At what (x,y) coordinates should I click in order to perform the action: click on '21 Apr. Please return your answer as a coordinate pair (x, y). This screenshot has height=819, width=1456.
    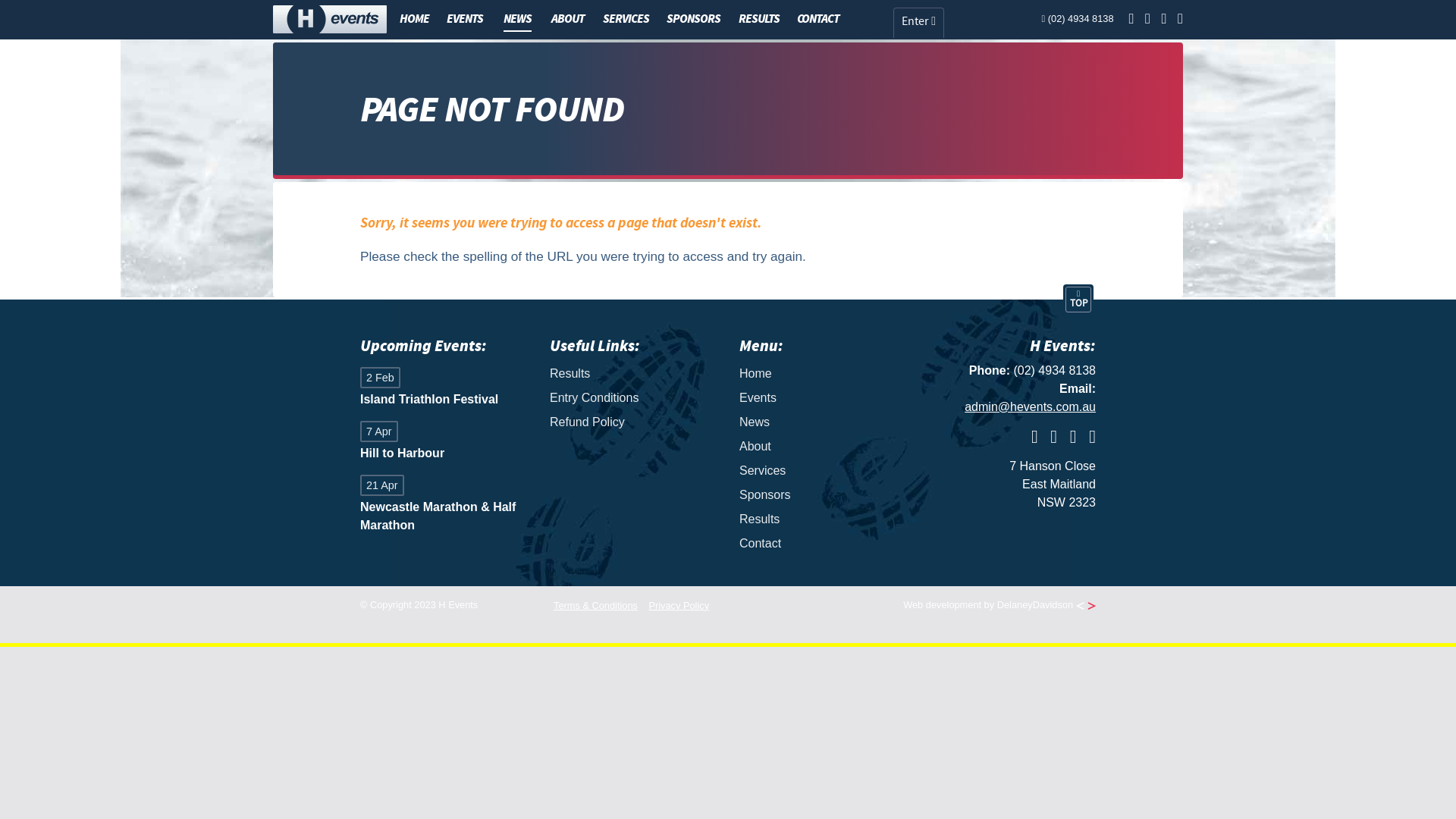
    Looking at the image, I should click on (443, 505).